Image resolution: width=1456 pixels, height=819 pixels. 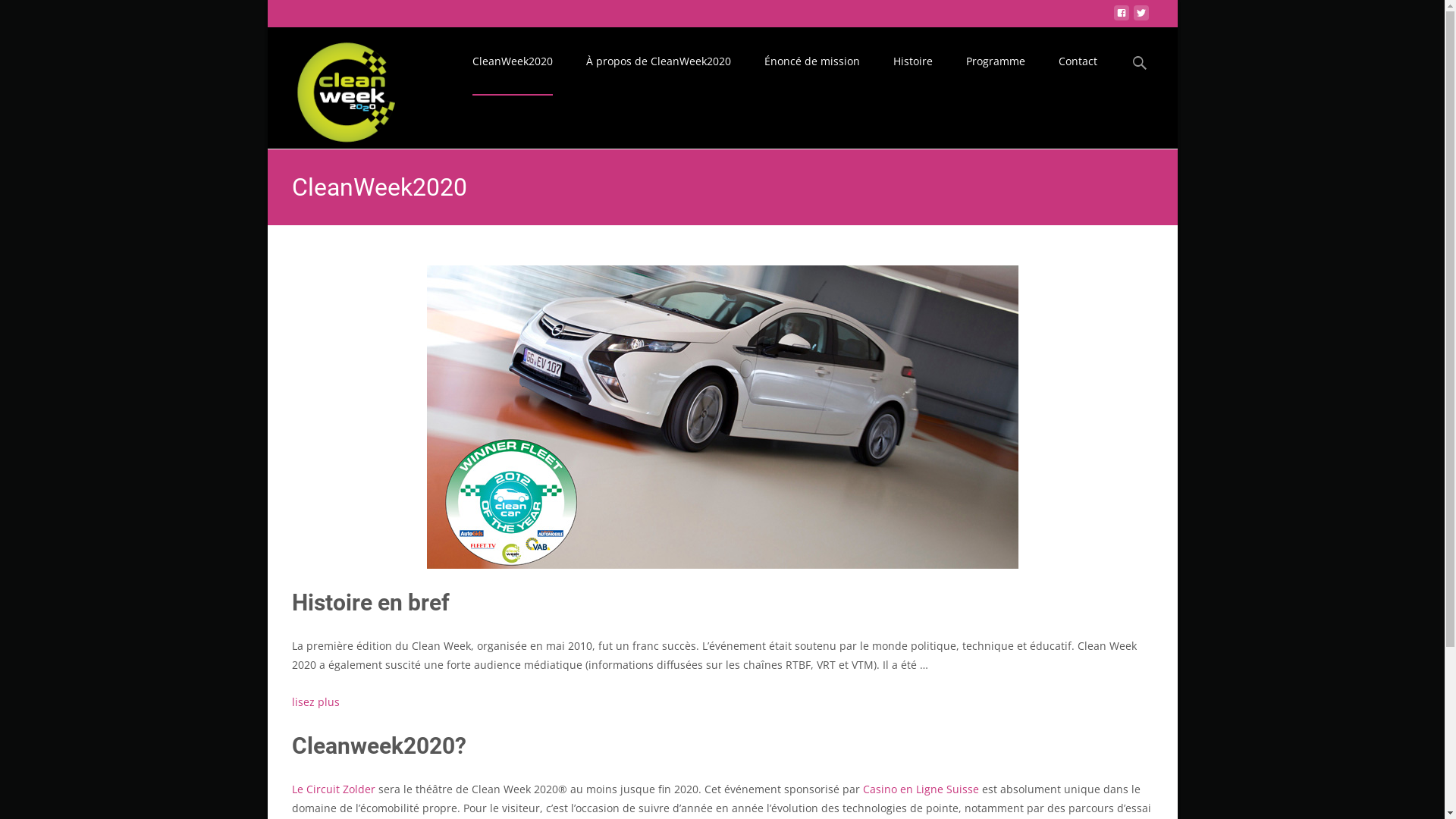 I want to click on 'Search for:', so click(x=1127, y=62).